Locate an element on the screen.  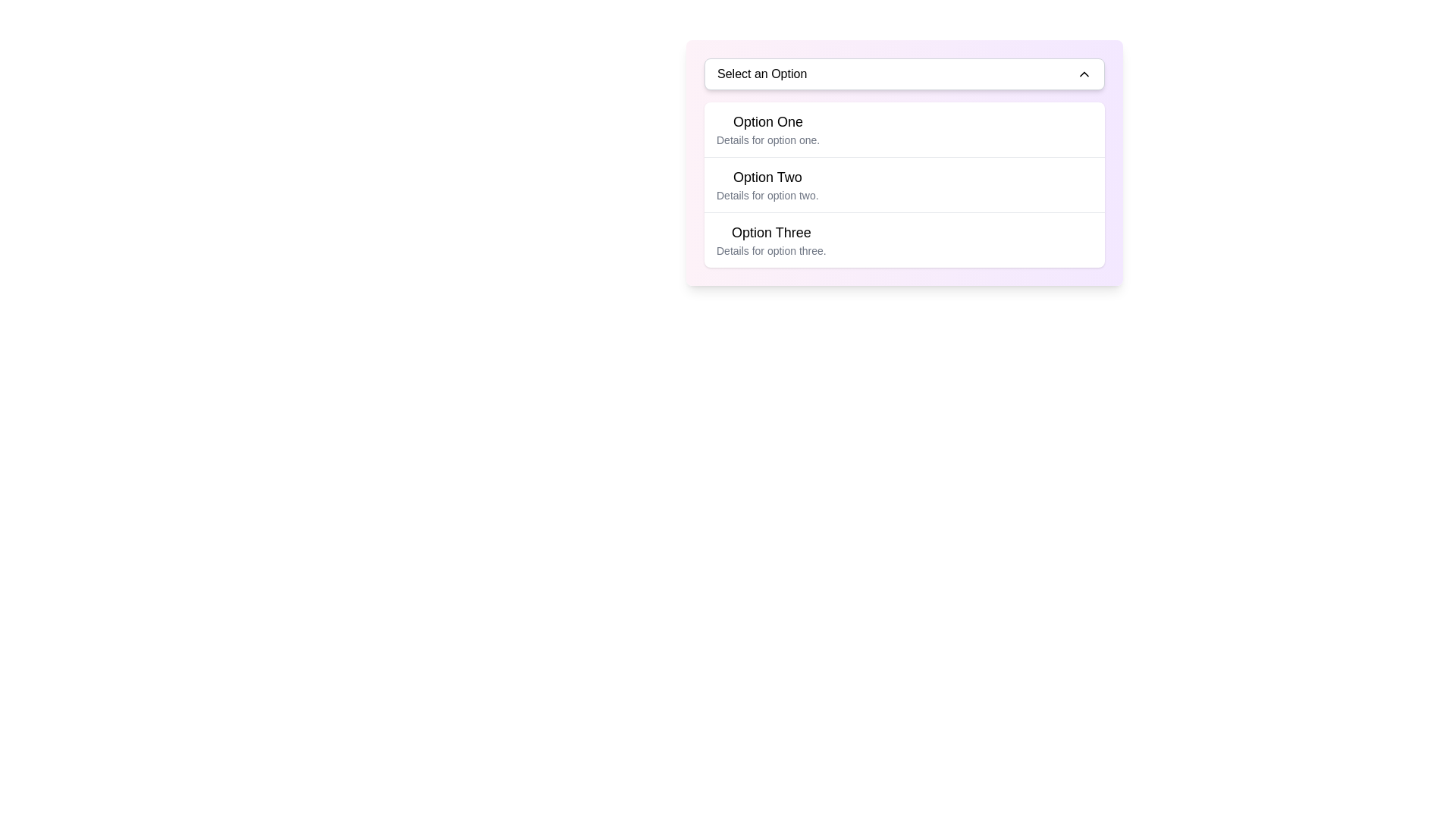
the list item labeled 'Option Three' is located at coordinates (905, 239).